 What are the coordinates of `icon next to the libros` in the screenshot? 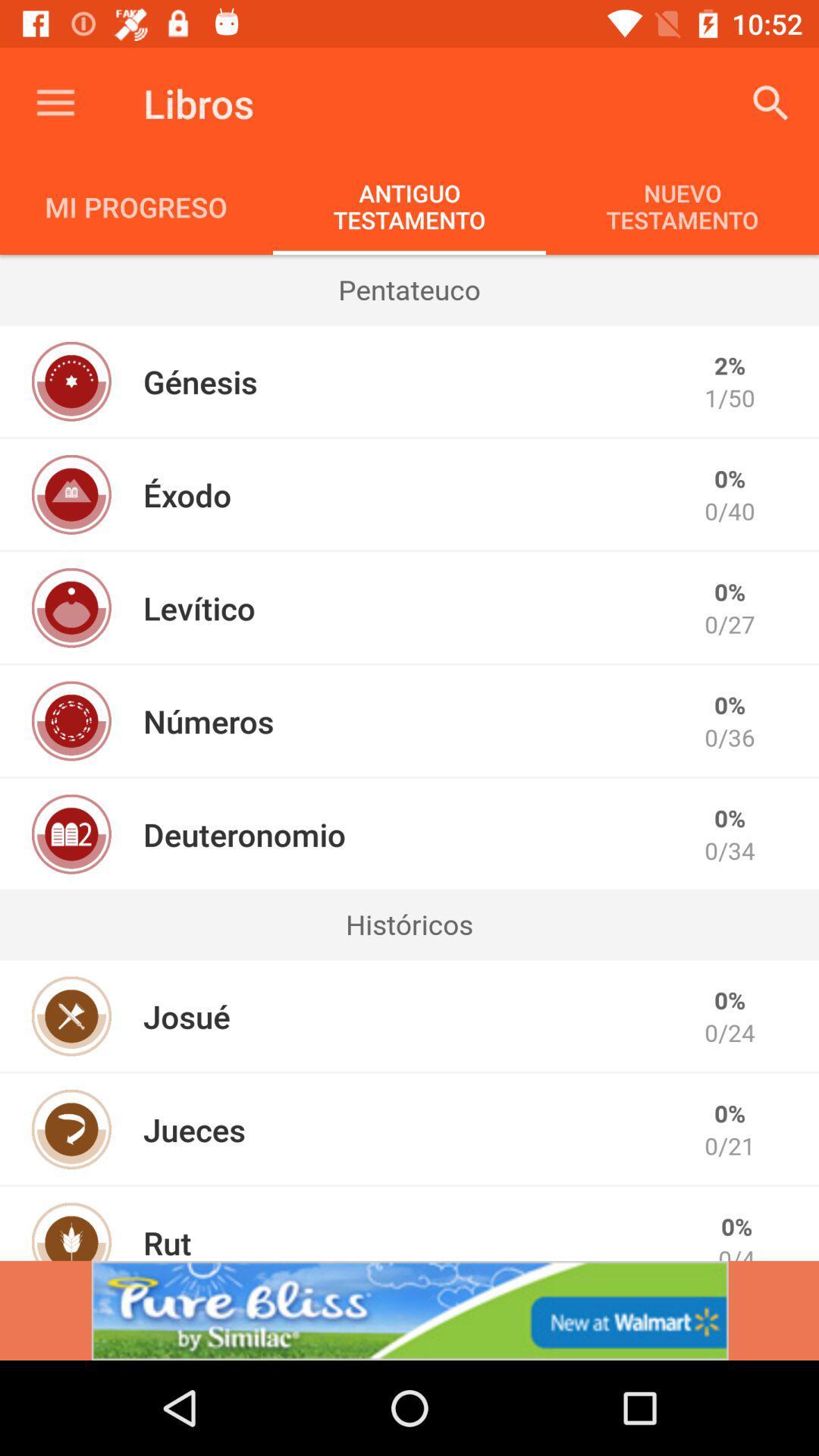 It's located at (771, 102).